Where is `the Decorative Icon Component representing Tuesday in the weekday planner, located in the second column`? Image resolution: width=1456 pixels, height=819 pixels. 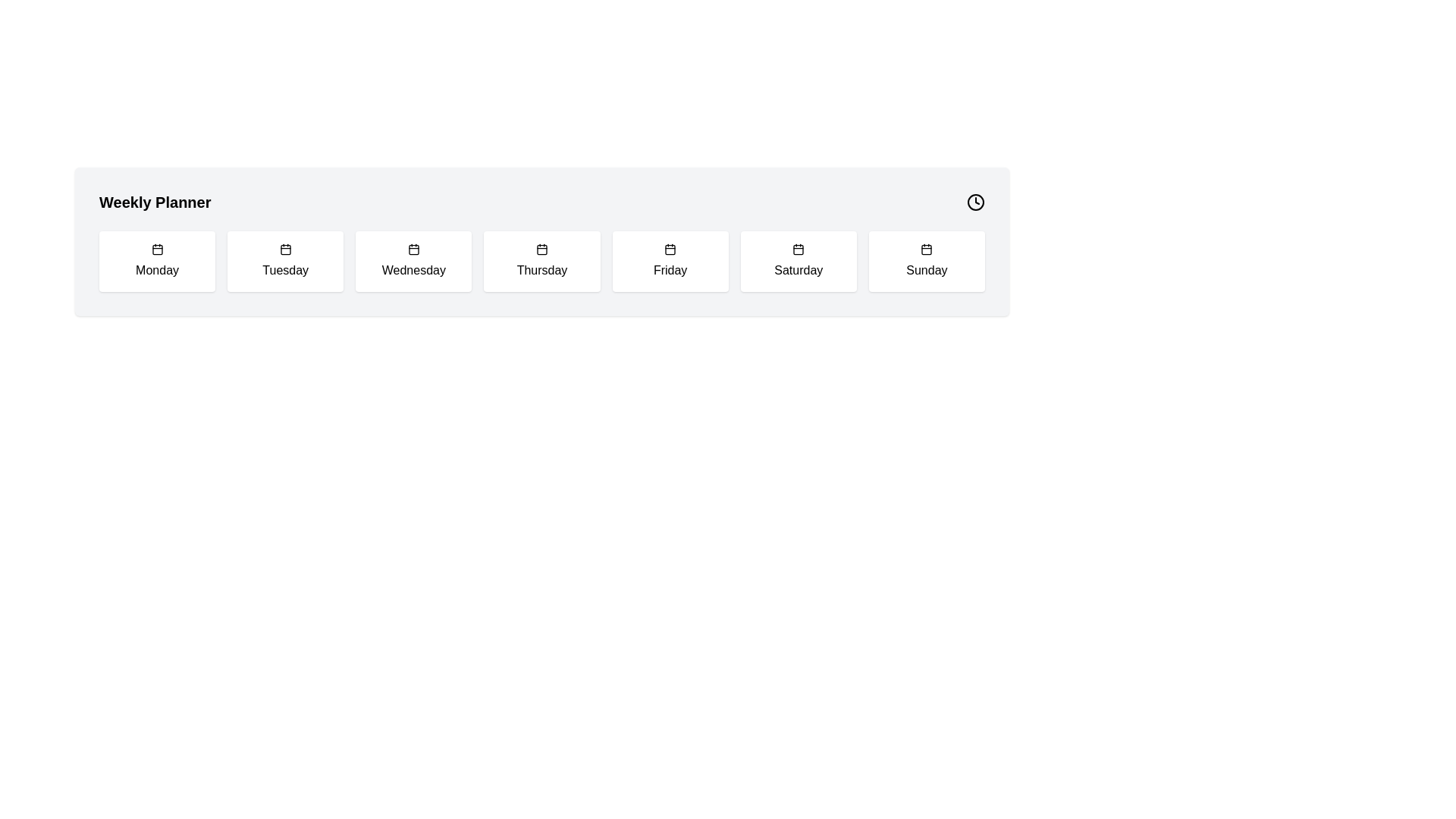
the Decorative Icon Component representing Tuesday in the weekday planner, located in the second column is located at coordinates (285, 249).